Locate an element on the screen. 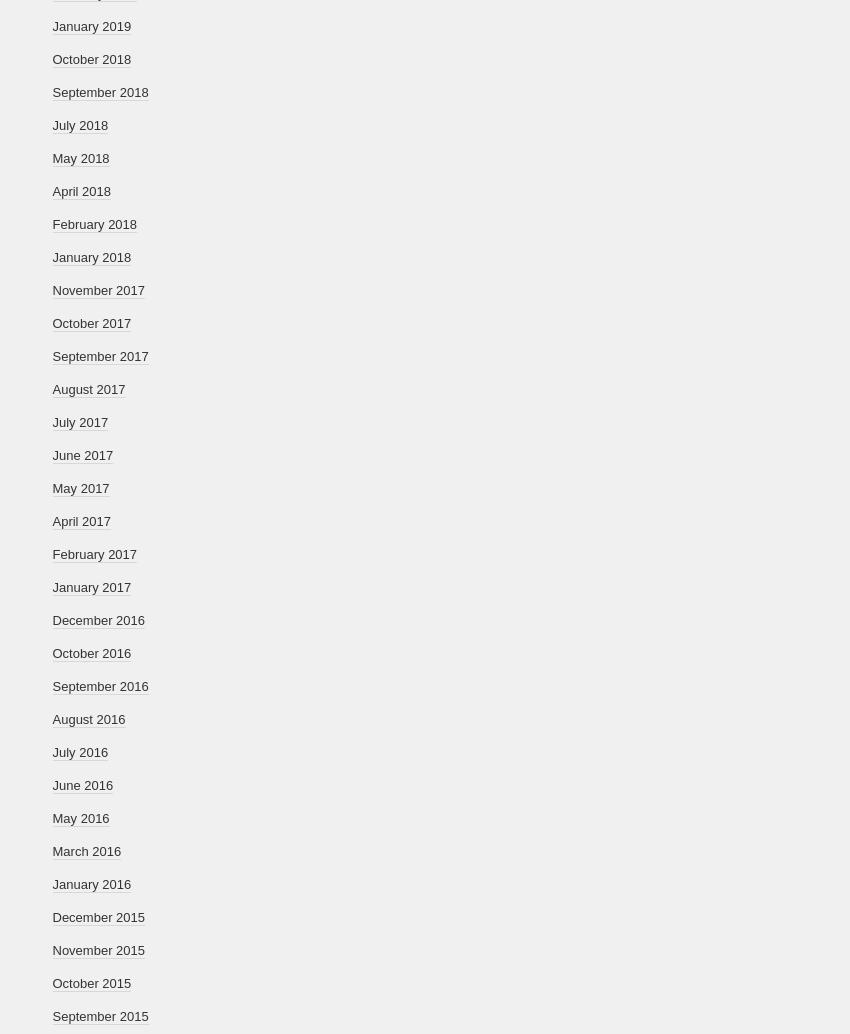 The image size is (850, 1034). 'June 2016' is located at coordinates (82, 784).